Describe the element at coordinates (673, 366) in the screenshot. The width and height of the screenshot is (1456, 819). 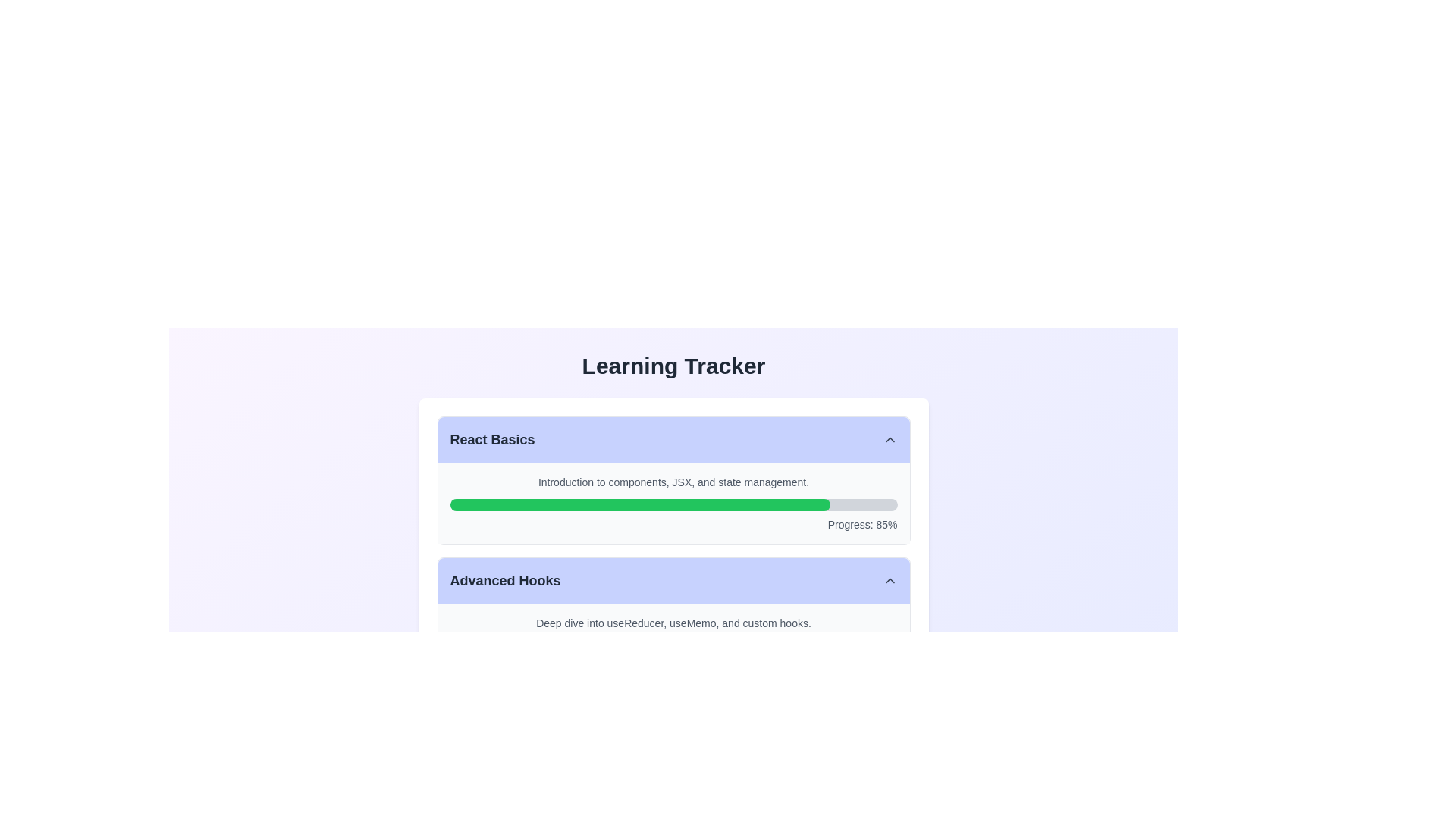
I see `the text label element that serves as the title or heading for the current interface` at that location.